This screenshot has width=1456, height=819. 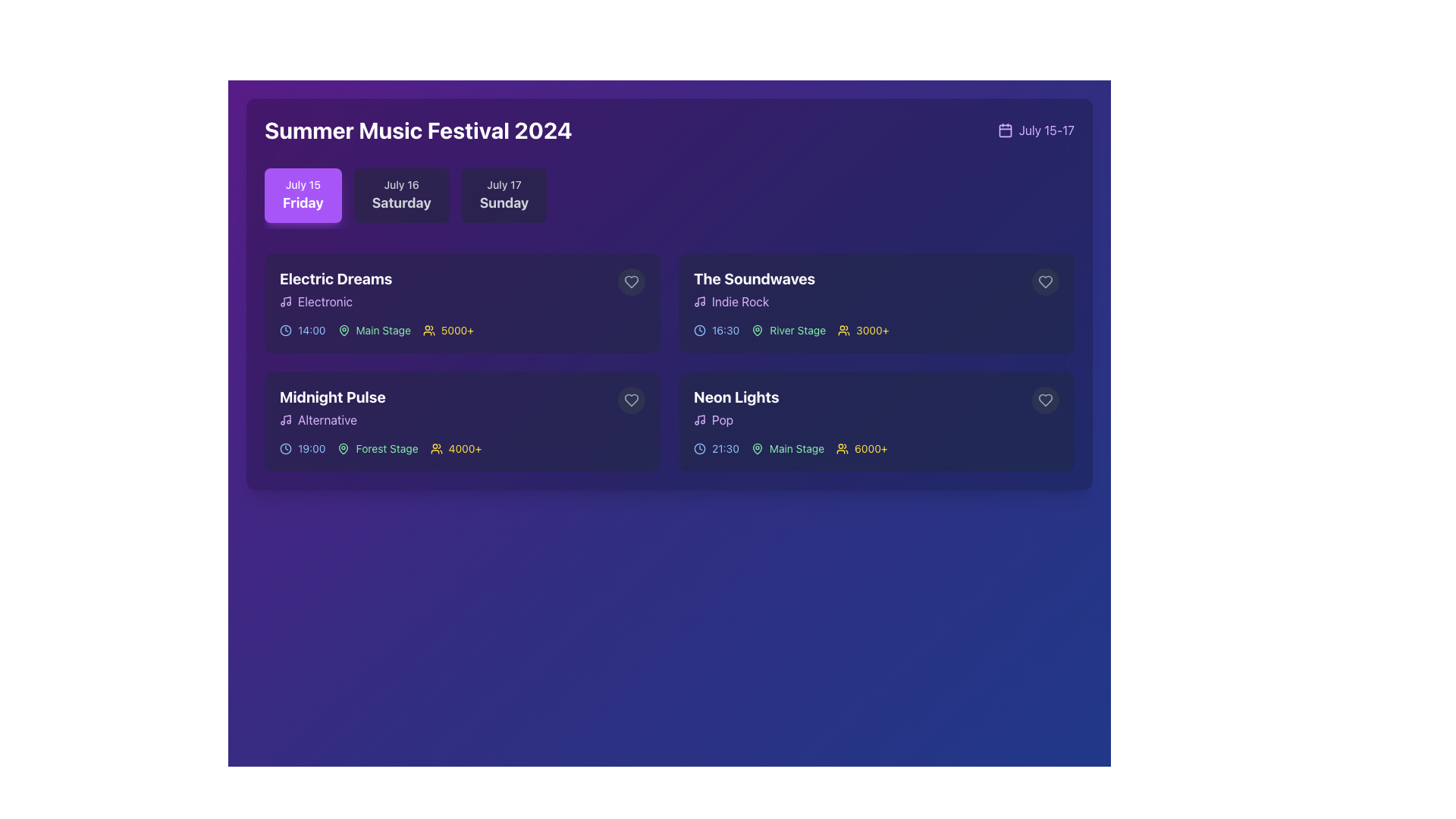 I want to click on the event card summary located at the second item in the second row of a 2x2 grid layout, so click(x=877, y=303).